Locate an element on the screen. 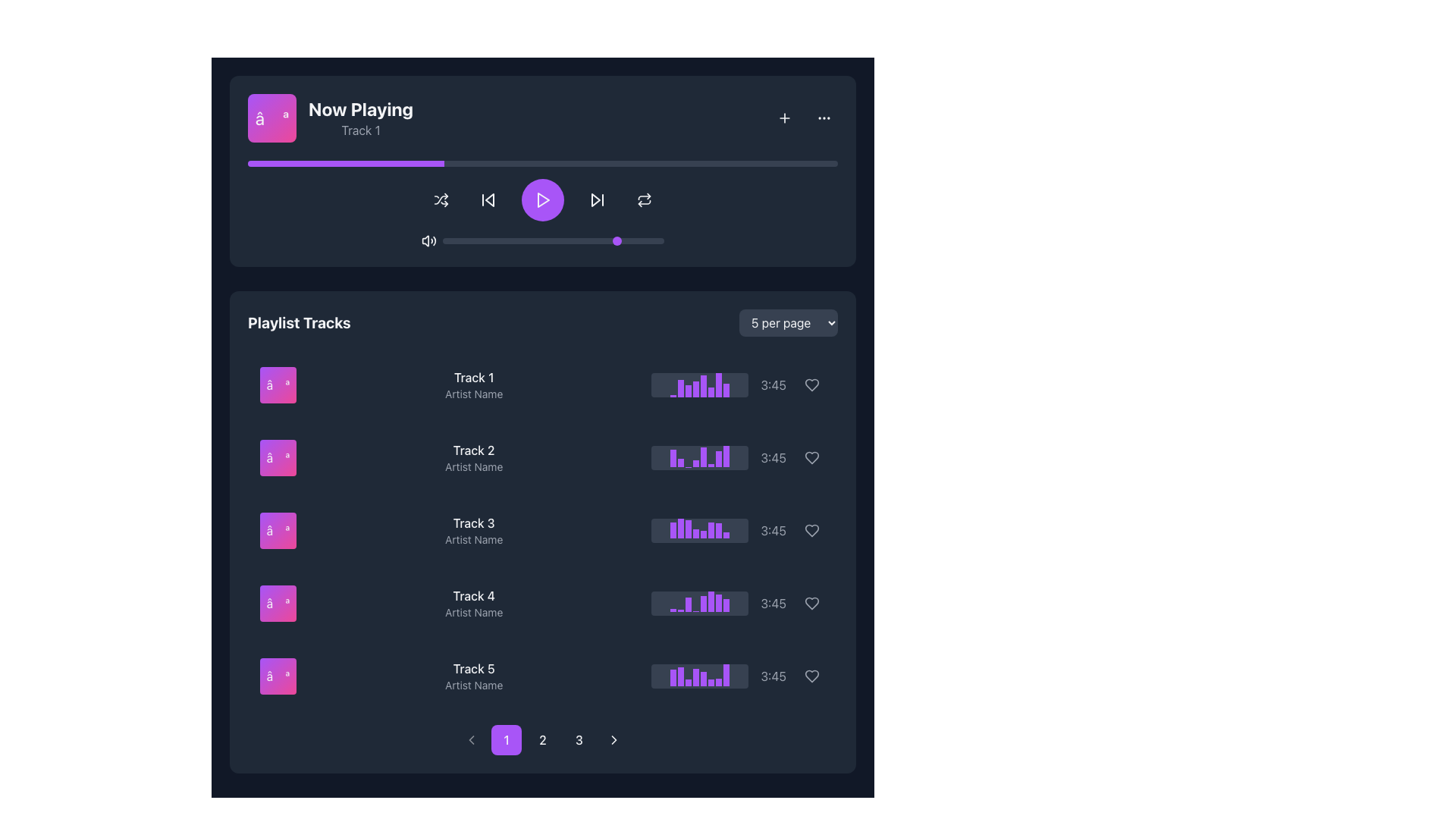 This screenshot has width=1456, height=819. the heart-shaped icon with a hollow interior located next to the 'Track 2' entry in the 'Playlist Tracks' section for visual feedback is located at coordinates (811, 457).